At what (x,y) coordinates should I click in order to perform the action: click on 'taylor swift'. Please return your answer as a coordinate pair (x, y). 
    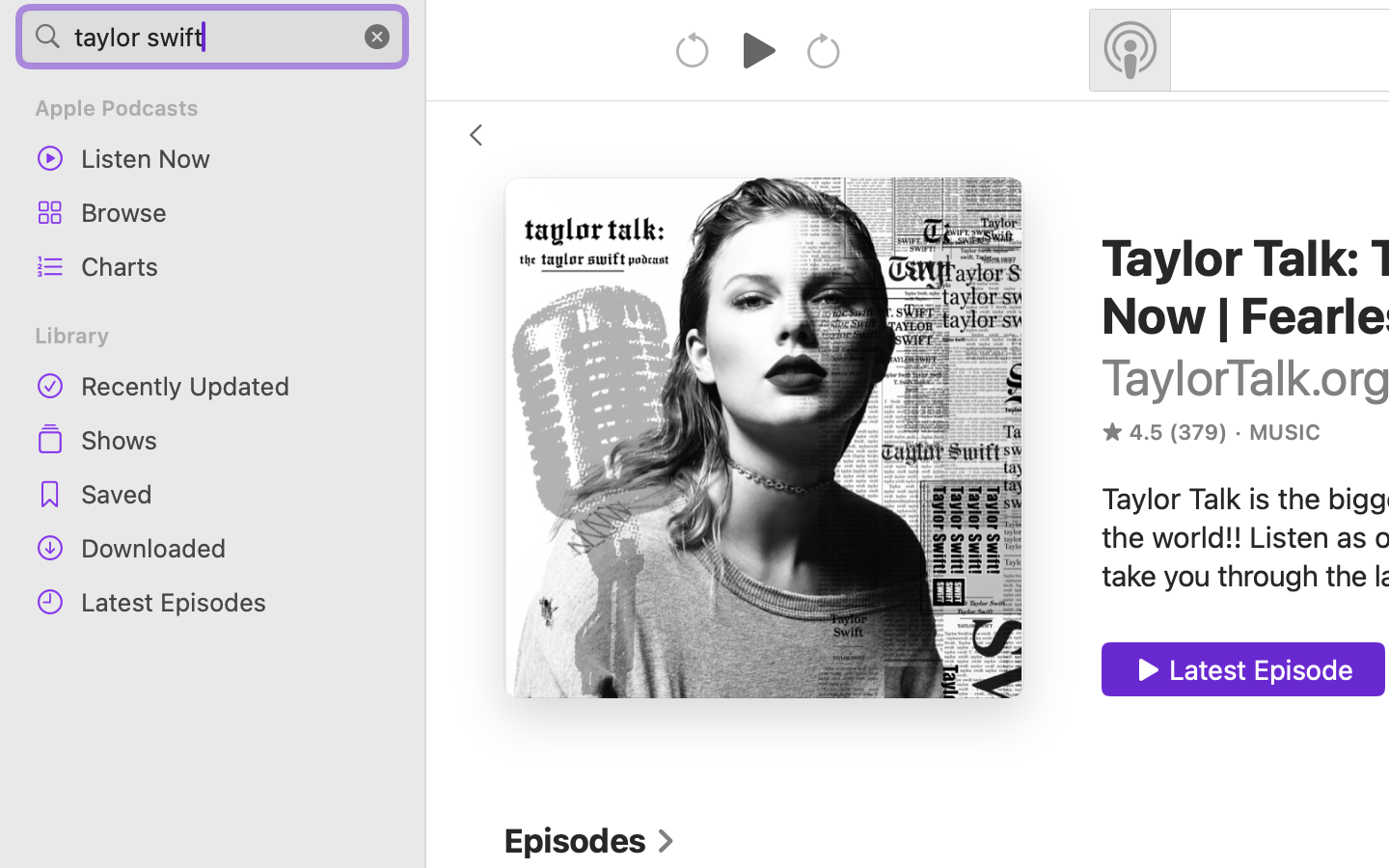
    Looking at the image, I should click on (212, 35).